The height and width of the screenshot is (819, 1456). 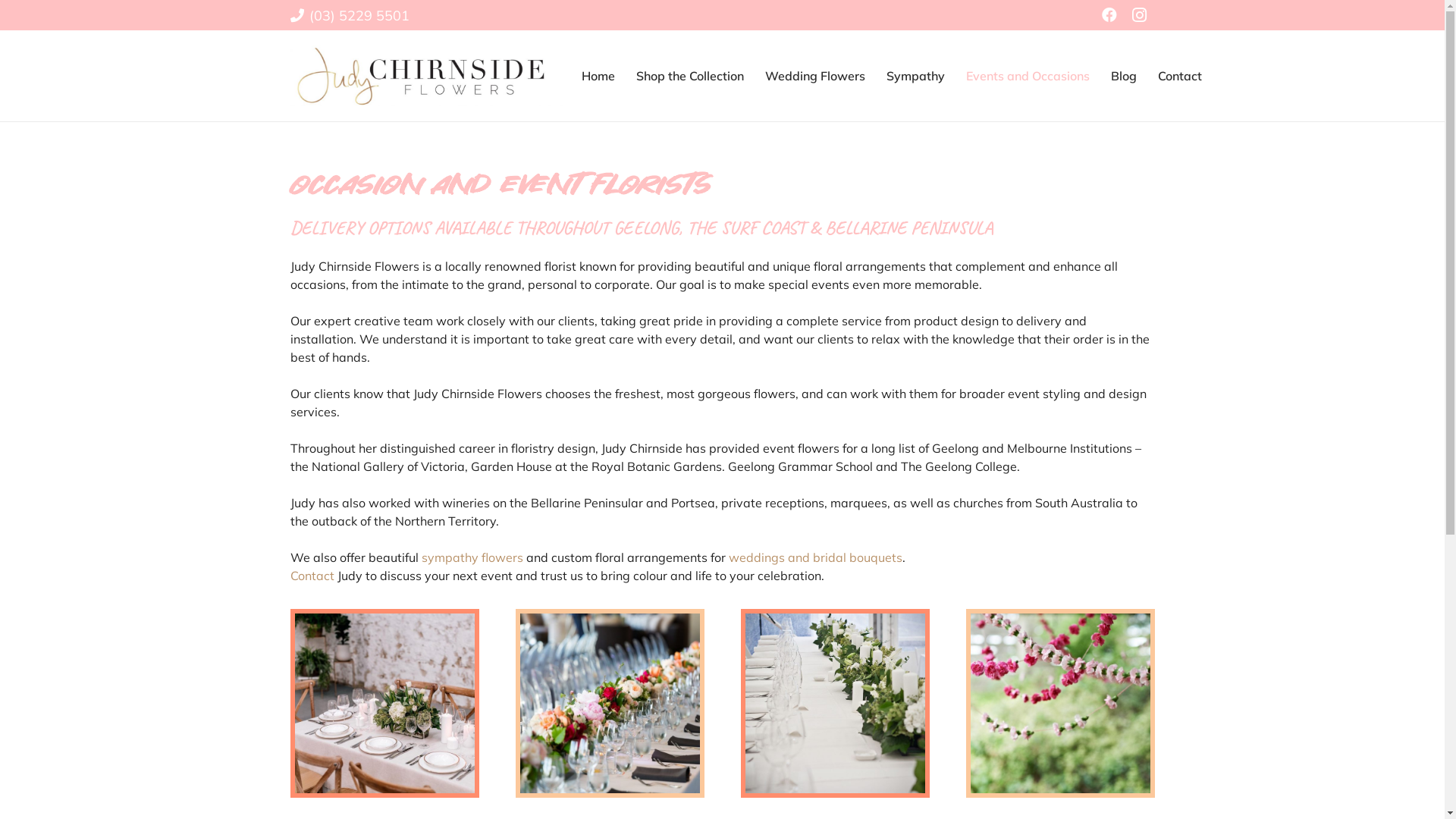 What do you see at coordinates (348, 14) in the screenshot?
I see `'(03) 5229 5501'` at bounding box center [348, 14].